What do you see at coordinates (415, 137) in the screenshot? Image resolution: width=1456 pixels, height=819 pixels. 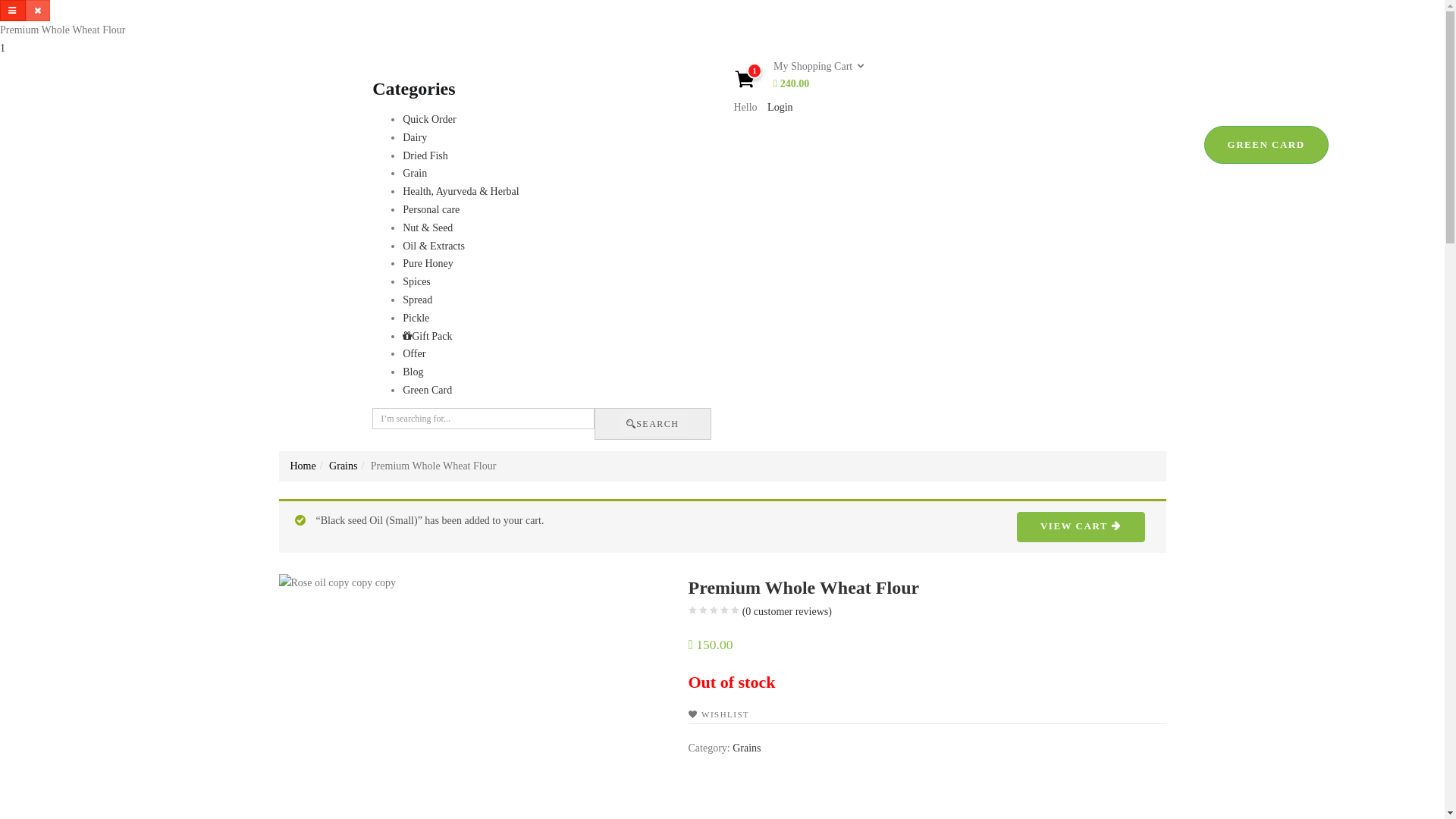 I see `'Dairy'` at bounding box center [415, 137].